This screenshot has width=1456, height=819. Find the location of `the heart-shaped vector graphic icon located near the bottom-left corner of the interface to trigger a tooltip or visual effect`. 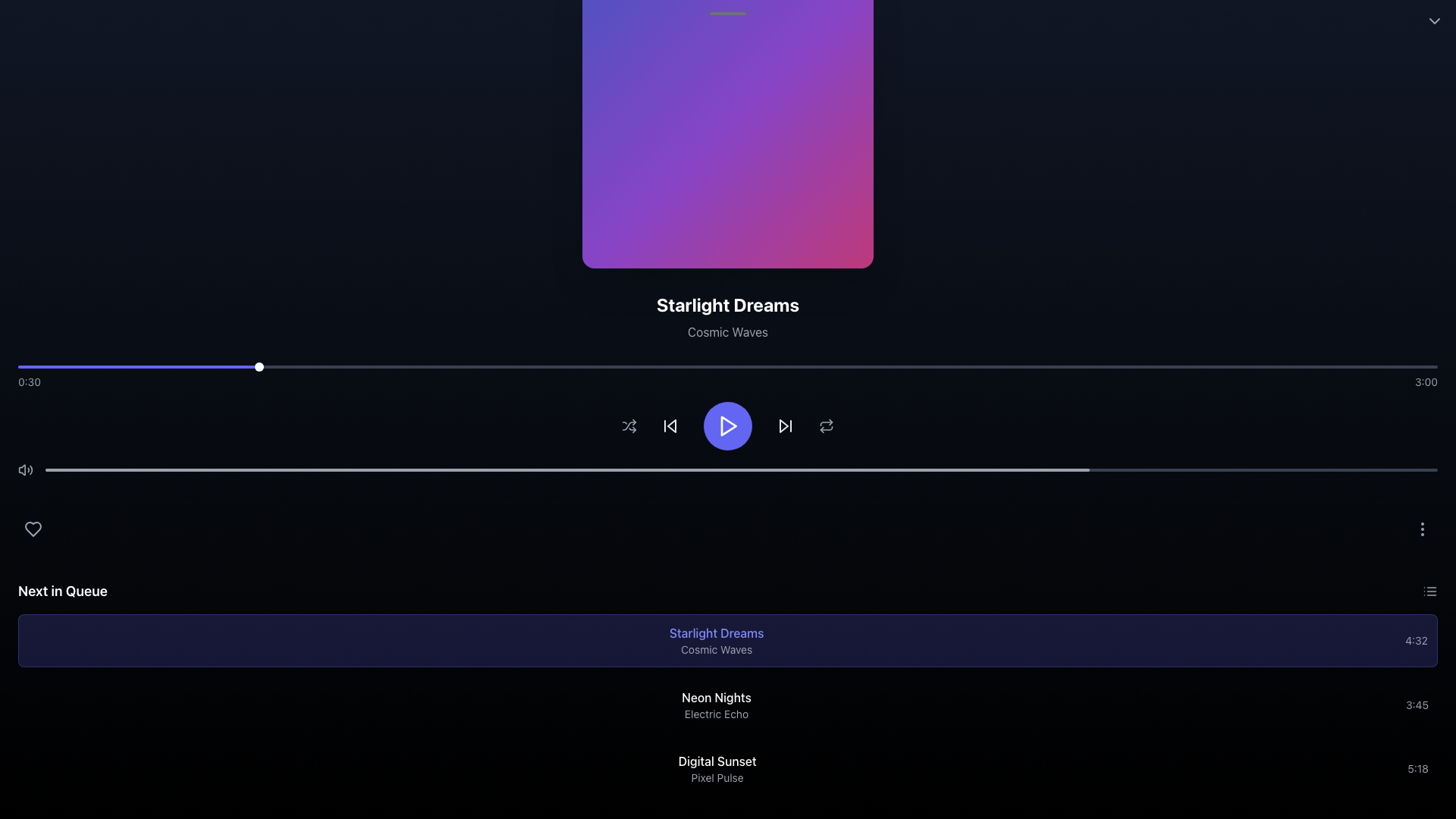

the heart-shaped vector graphic icon located near the bottom-left corner of the interface to trigger a tooltip or visual effect is located at coordinates (33, 529).